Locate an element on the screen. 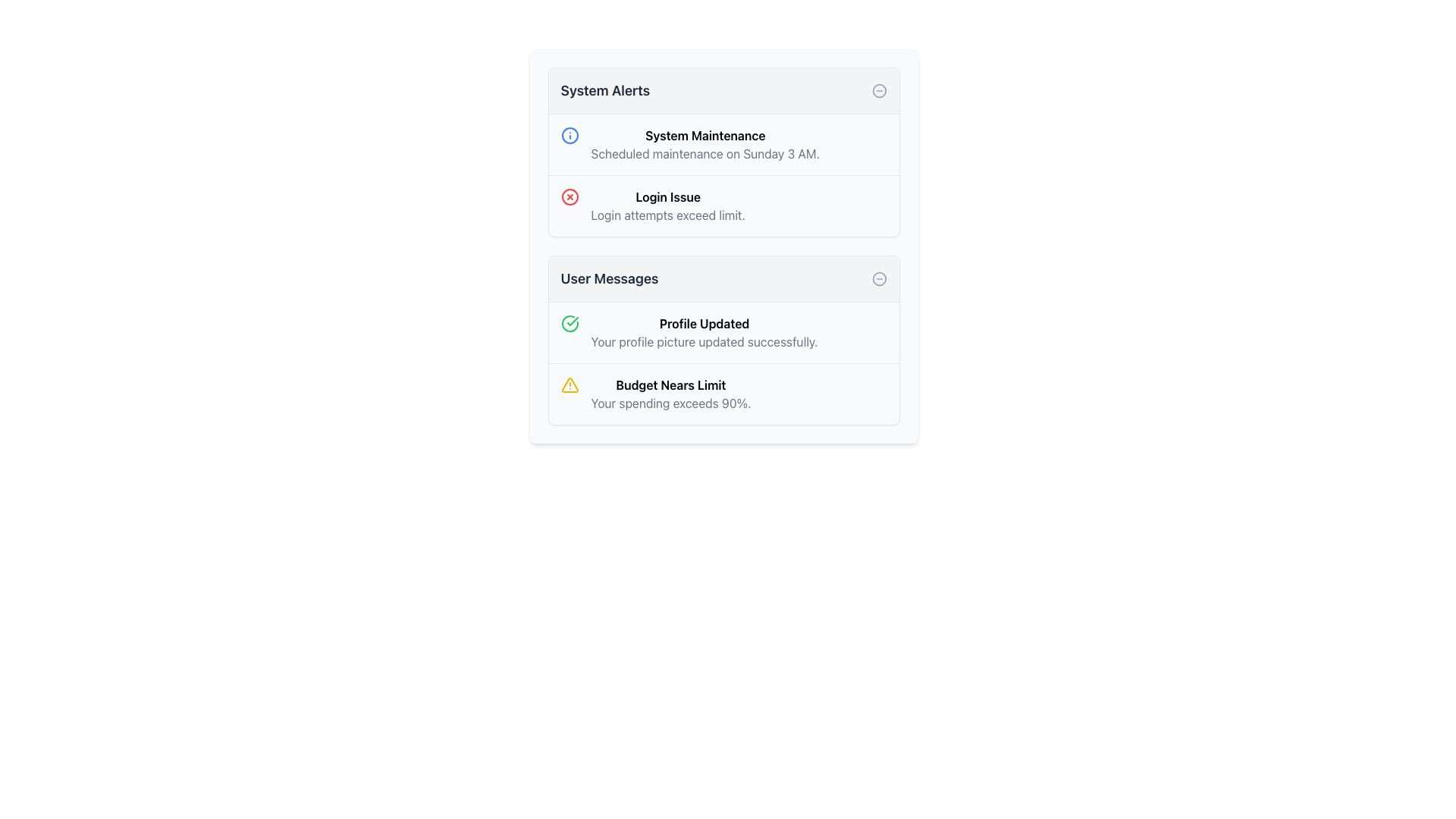 The image size is (1456, 819). the notification labeled 'Profile Updated' which indicates successful profile picture update, located under 'User Messages' section is located at coordinates (723, 332).